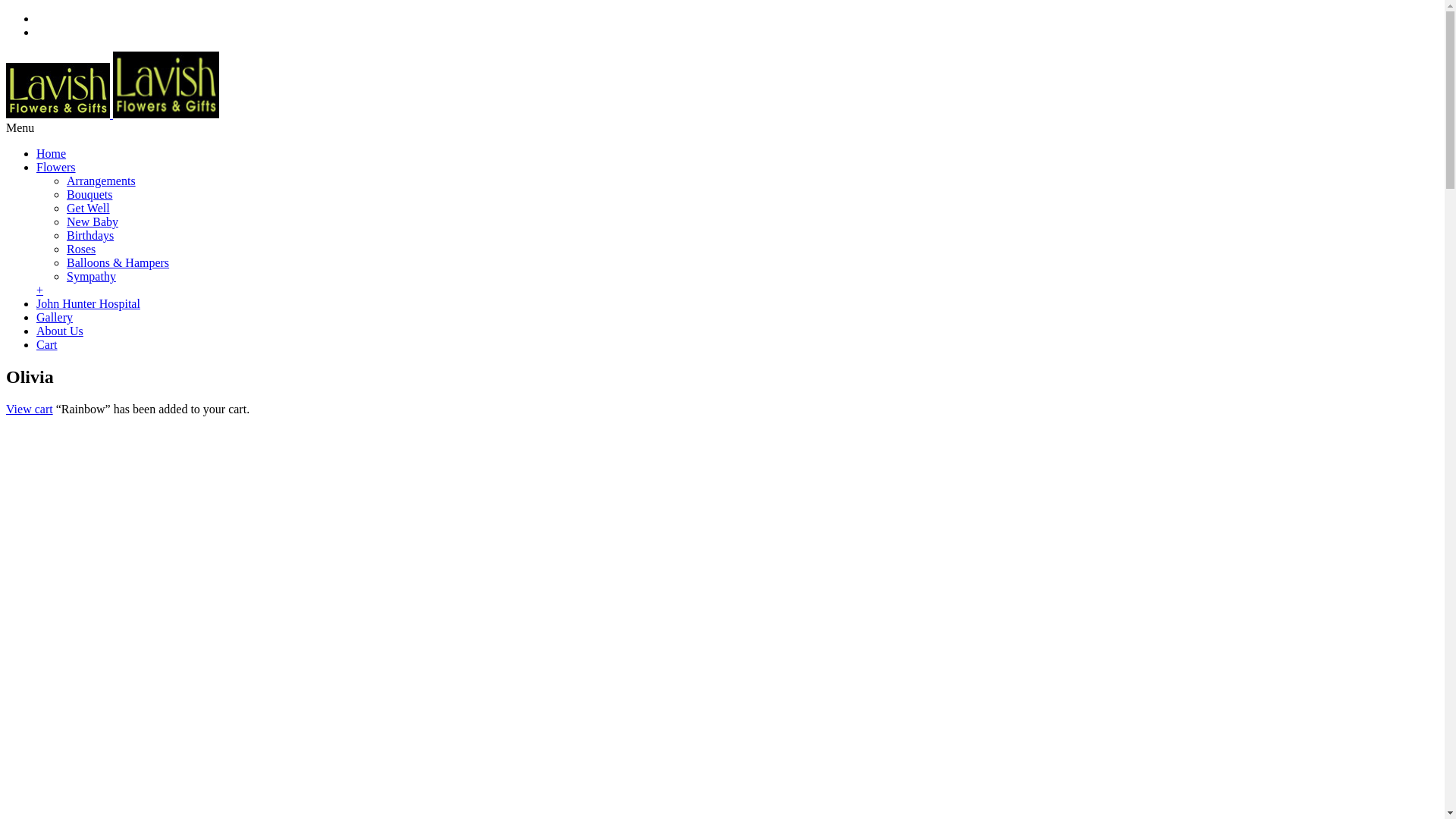  I want to click on 'Sympathy', so click(90, 276).